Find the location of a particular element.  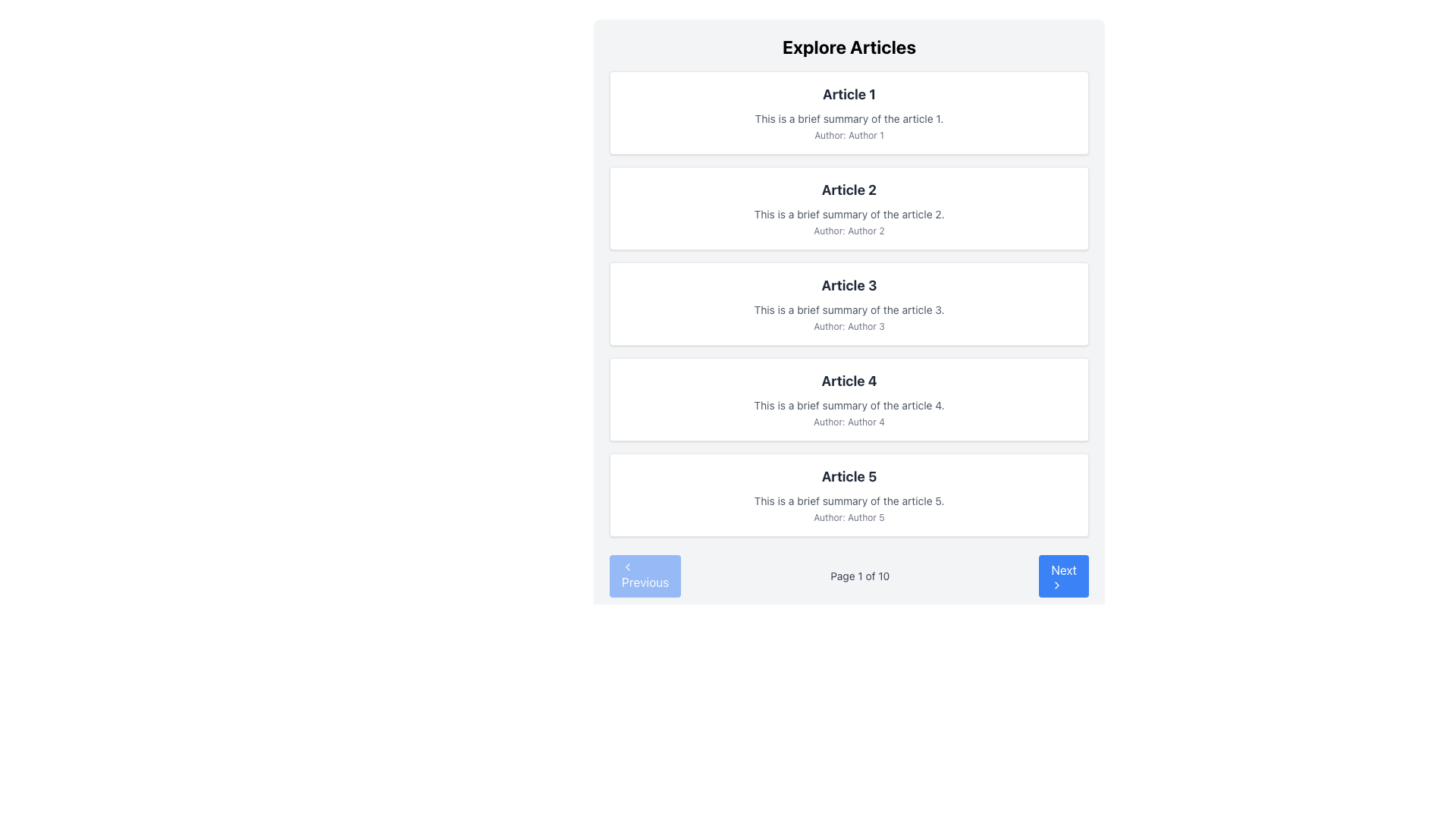

the second article card in the center of the interface, which contains a title, summary, and author's name is located at coordinates (848, 208).